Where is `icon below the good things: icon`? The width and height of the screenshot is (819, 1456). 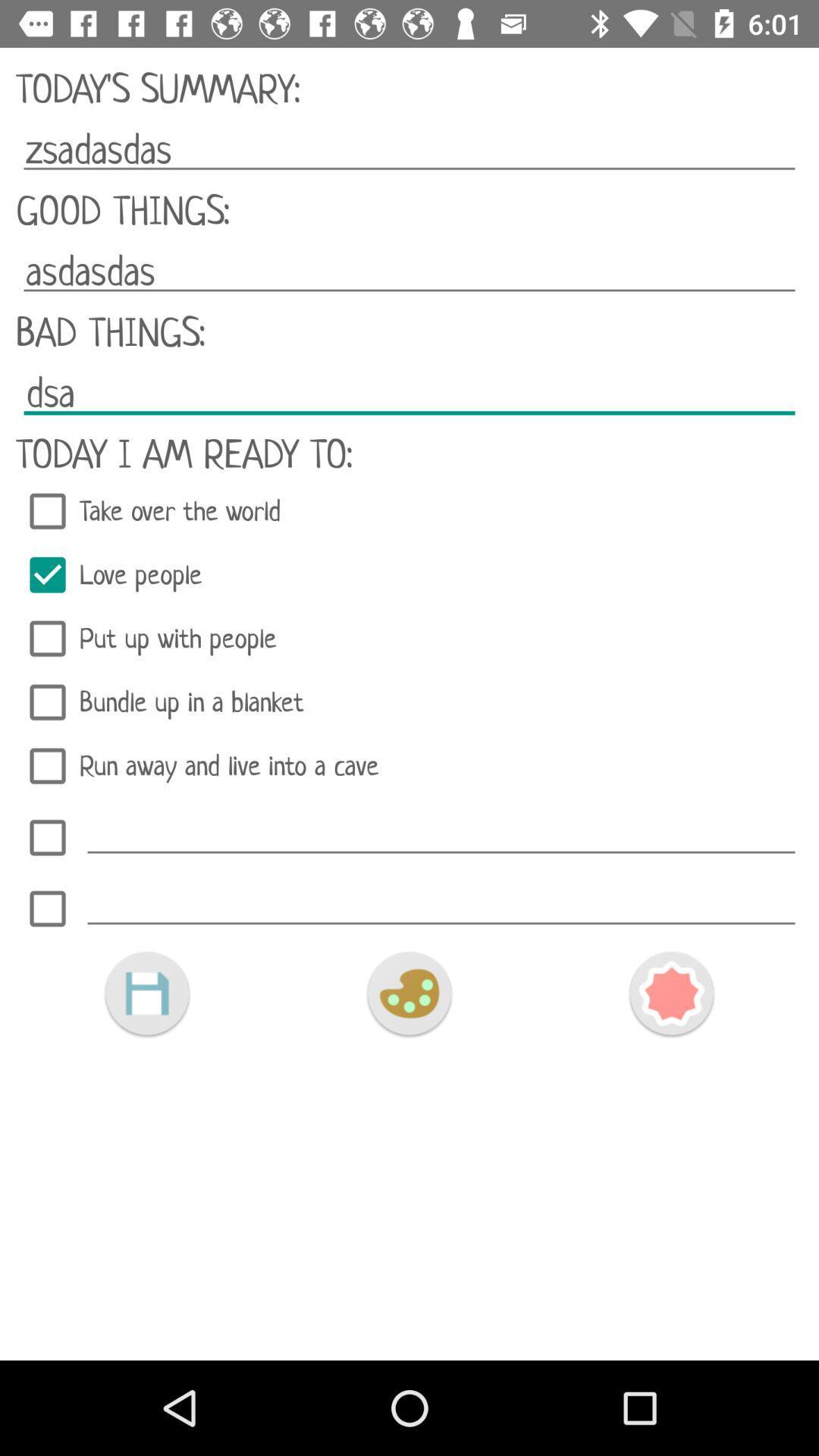 icon below the good things: icon is located at coordinates (409, 271).